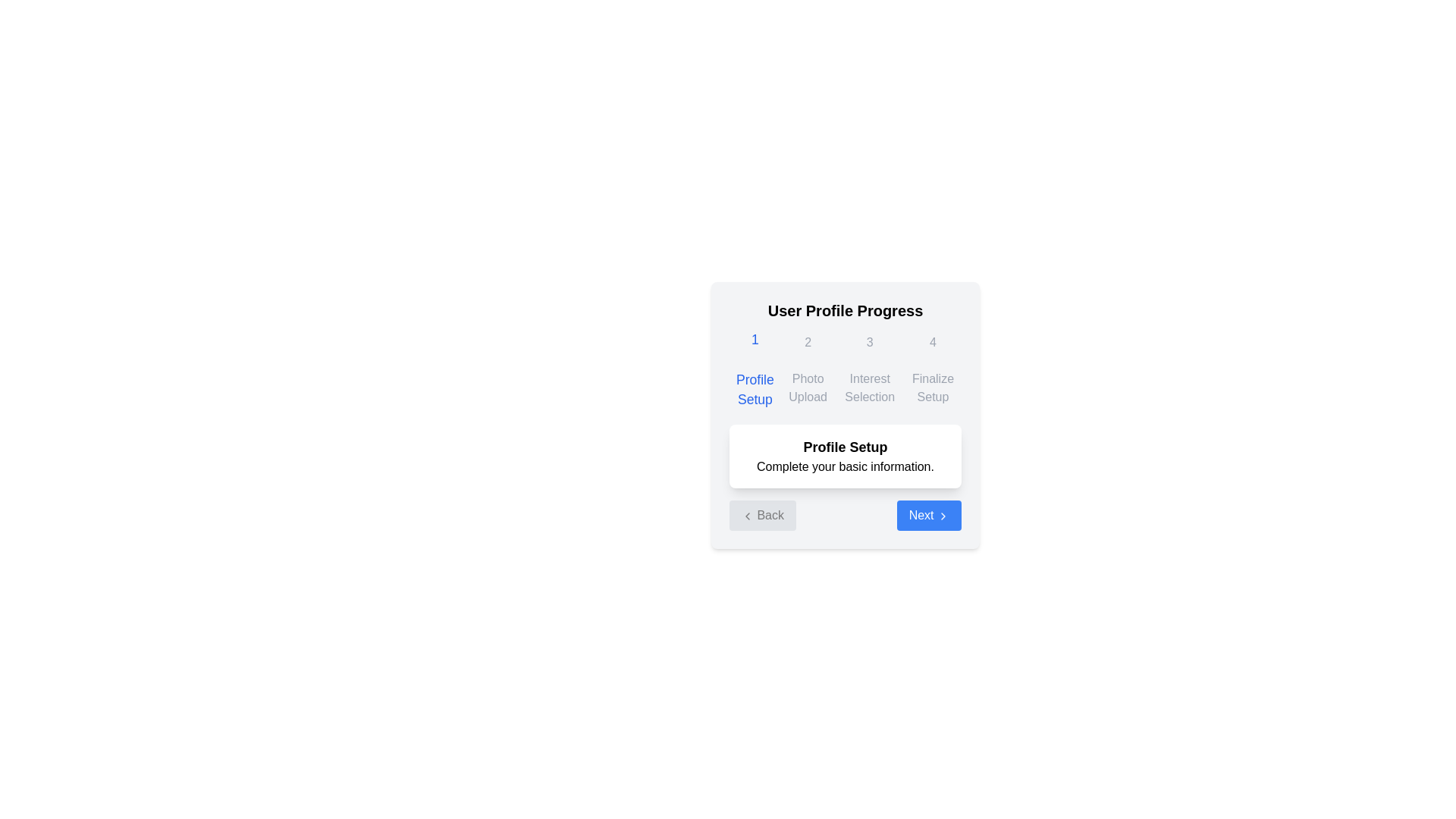 This screenshot has height=819, width=1456. I want to click on the static visual indicator representing the 'Interest Selection' stage, which is the third element in a sequence of four vertically-aligned groups, located between 'Photo Upload' and 'Finalize Setup', so click(870, 370).